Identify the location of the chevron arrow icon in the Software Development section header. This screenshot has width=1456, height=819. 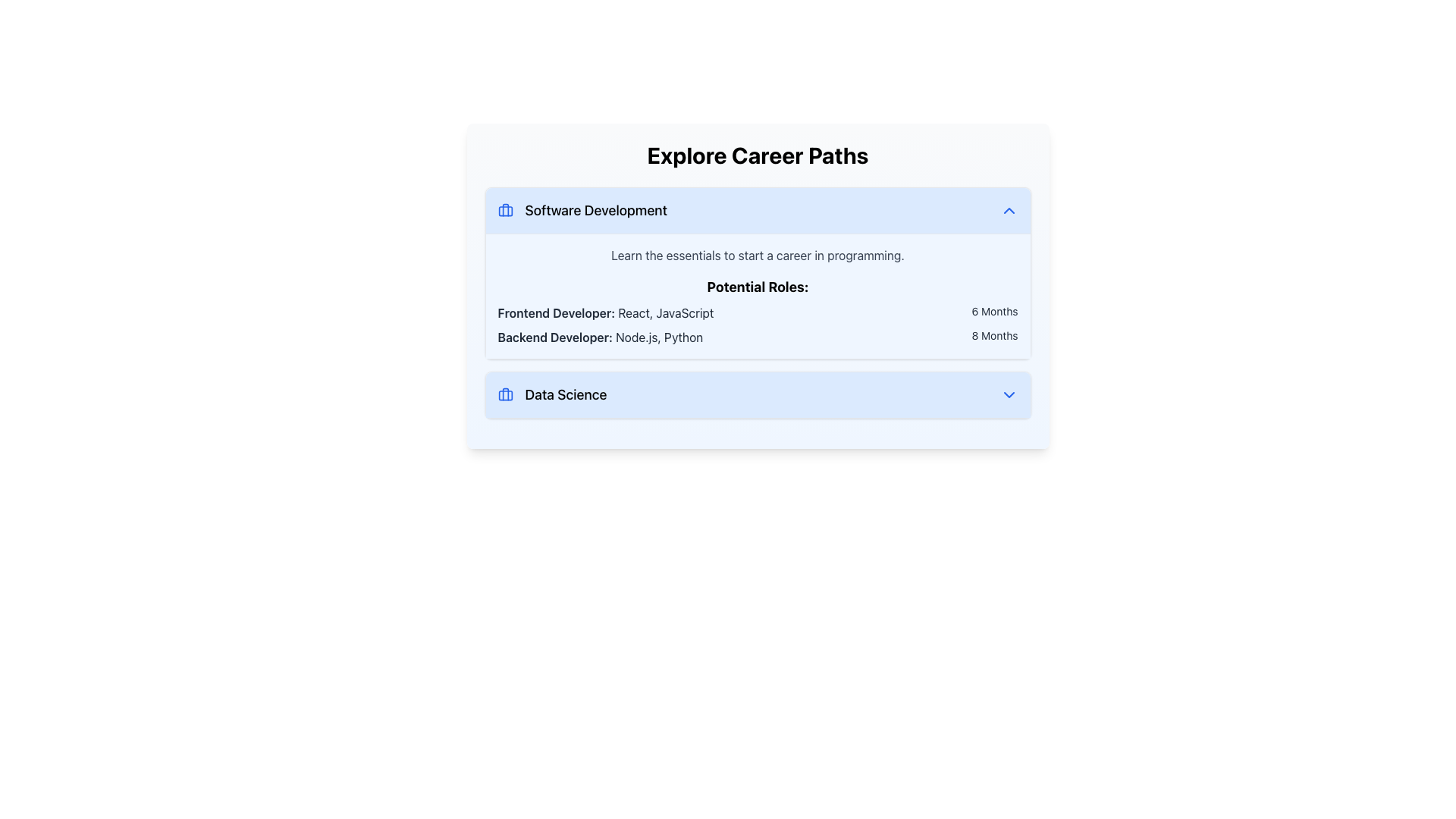
(1009, 210).